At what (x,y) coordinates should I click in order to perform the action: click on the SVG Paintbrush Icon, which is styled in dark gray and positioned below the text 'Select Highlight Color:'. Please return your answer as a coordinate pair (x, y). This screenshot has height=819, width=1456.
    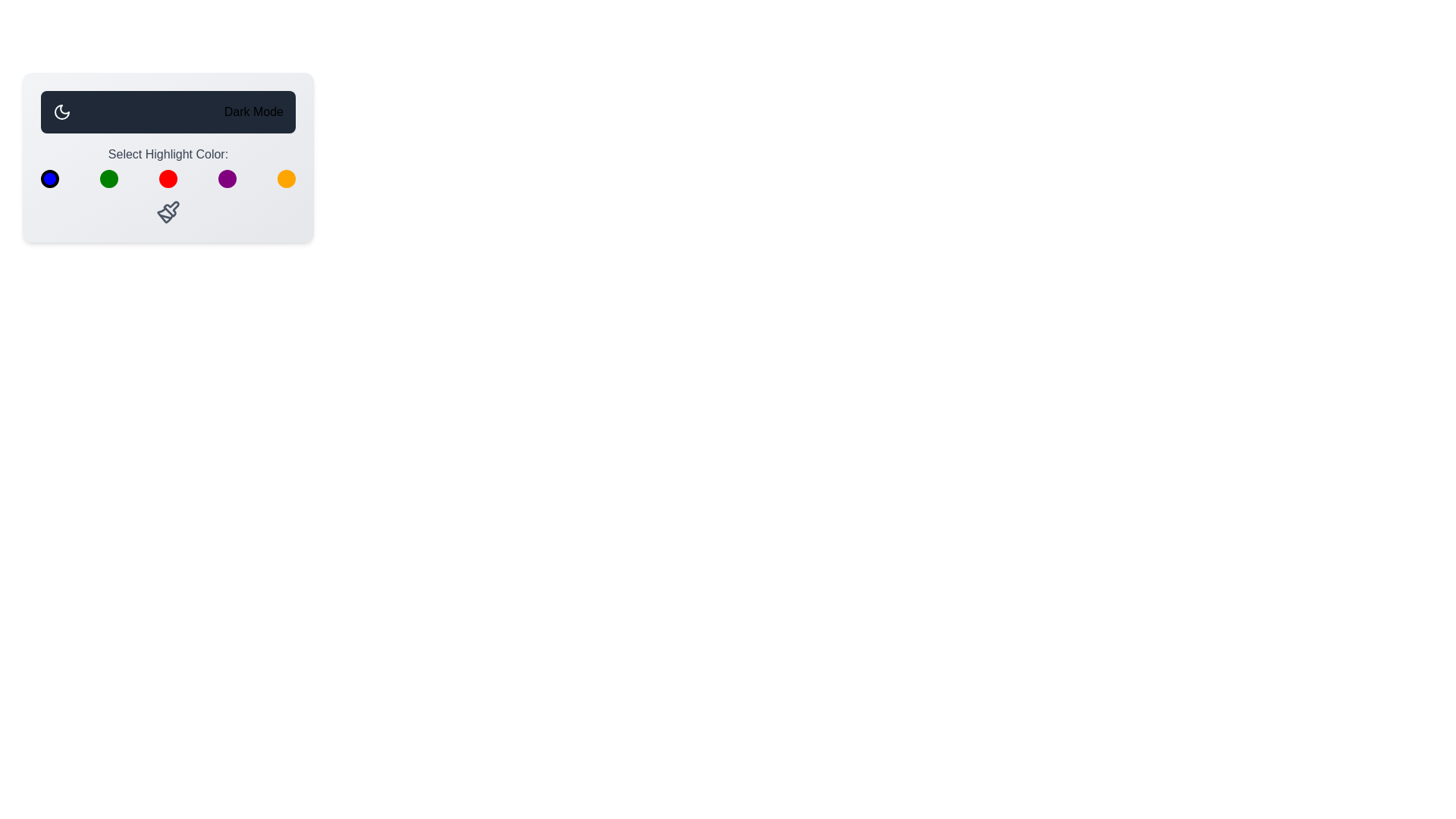
    Looking at the image, I should click on (168, 212).